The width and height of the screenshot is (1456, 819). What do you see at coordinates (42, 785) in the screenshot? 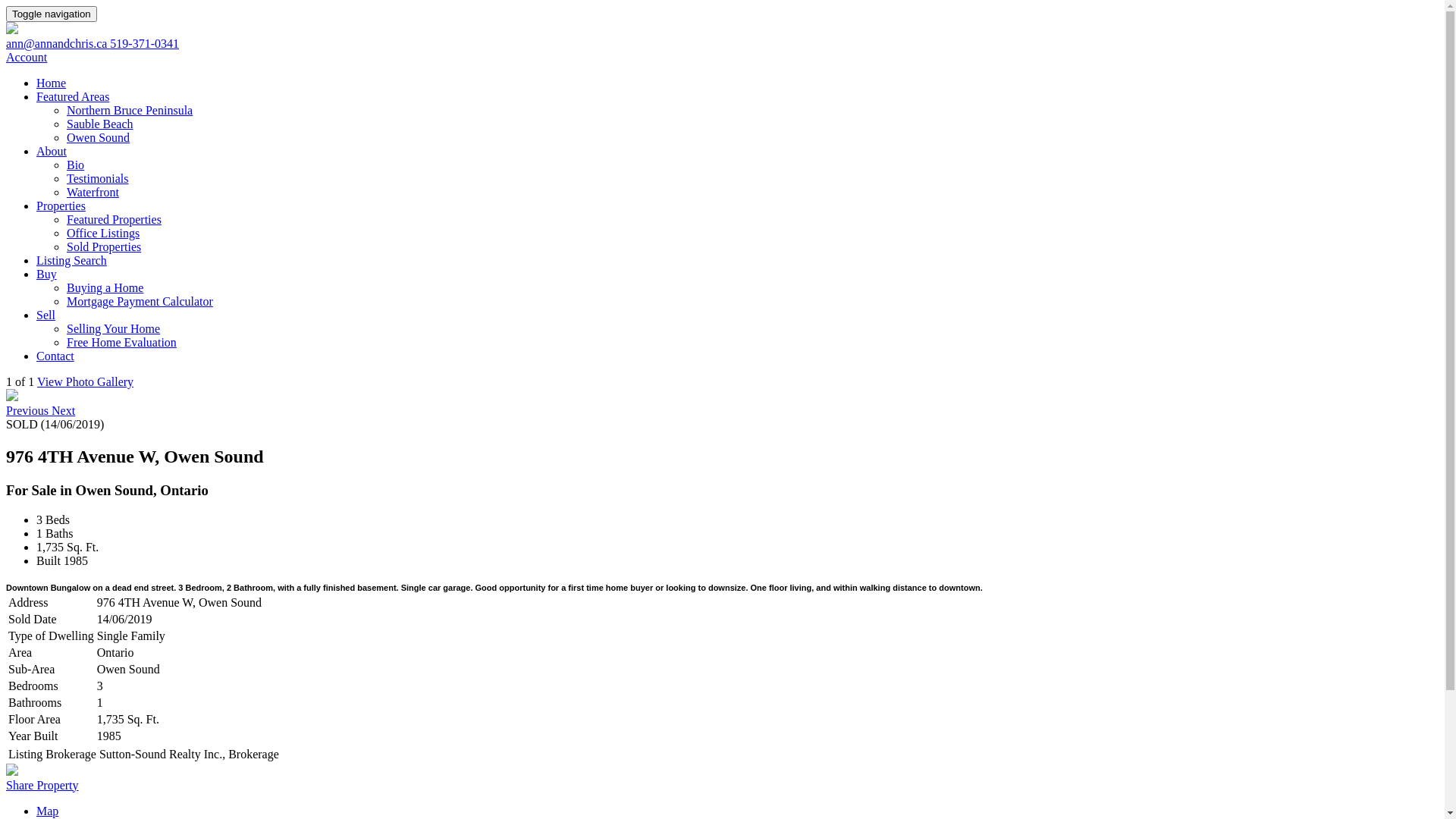
I see `'Share Property'` at bounding box center [42, 785].